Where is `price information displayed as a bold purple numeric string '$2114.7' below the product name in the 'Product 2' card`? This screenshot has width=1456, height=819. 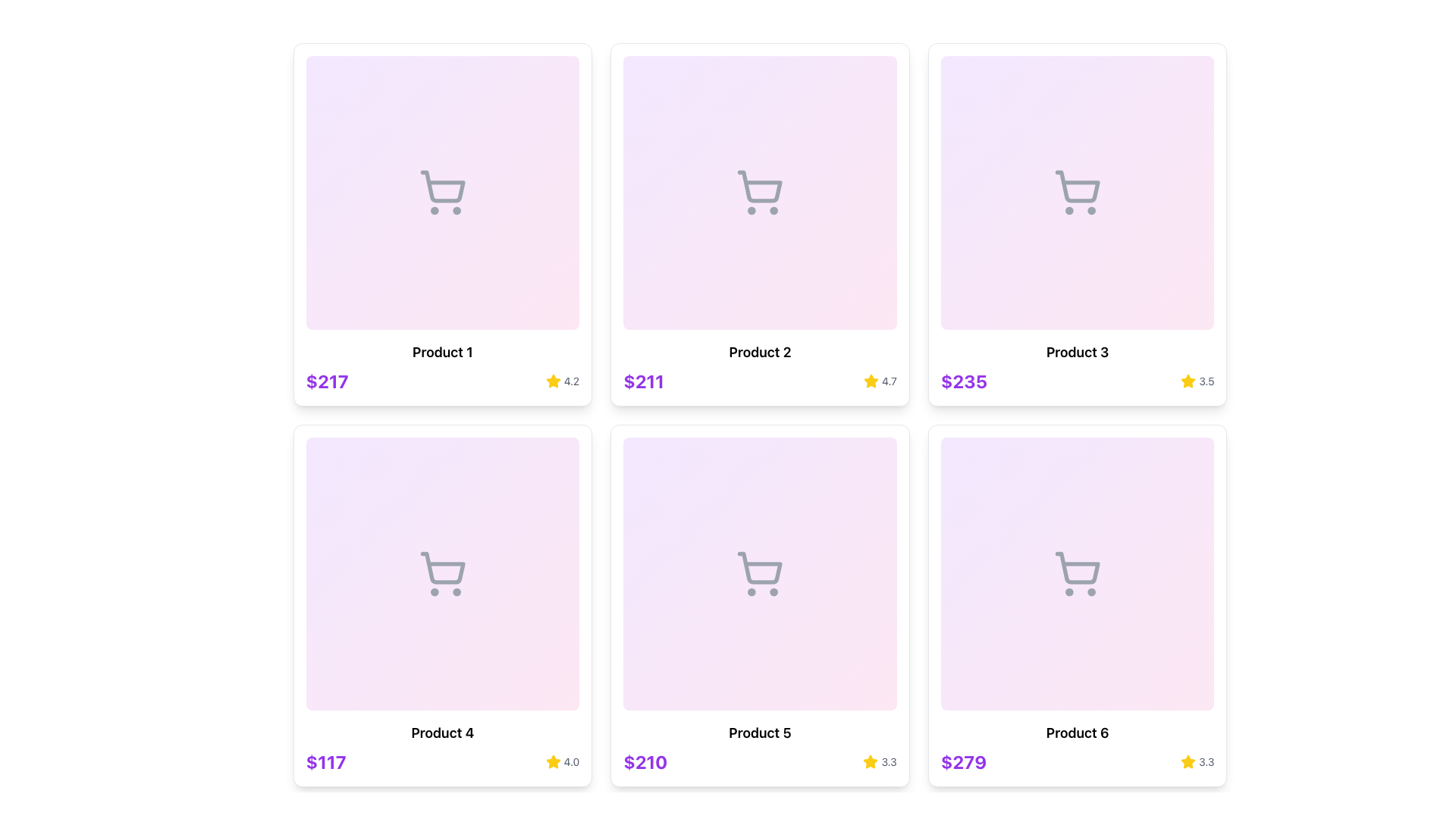
price information displayed as a bold purple numeric string '$2114.7' below the product name in the 'Product 2' card is located at coordinates (760, 380).